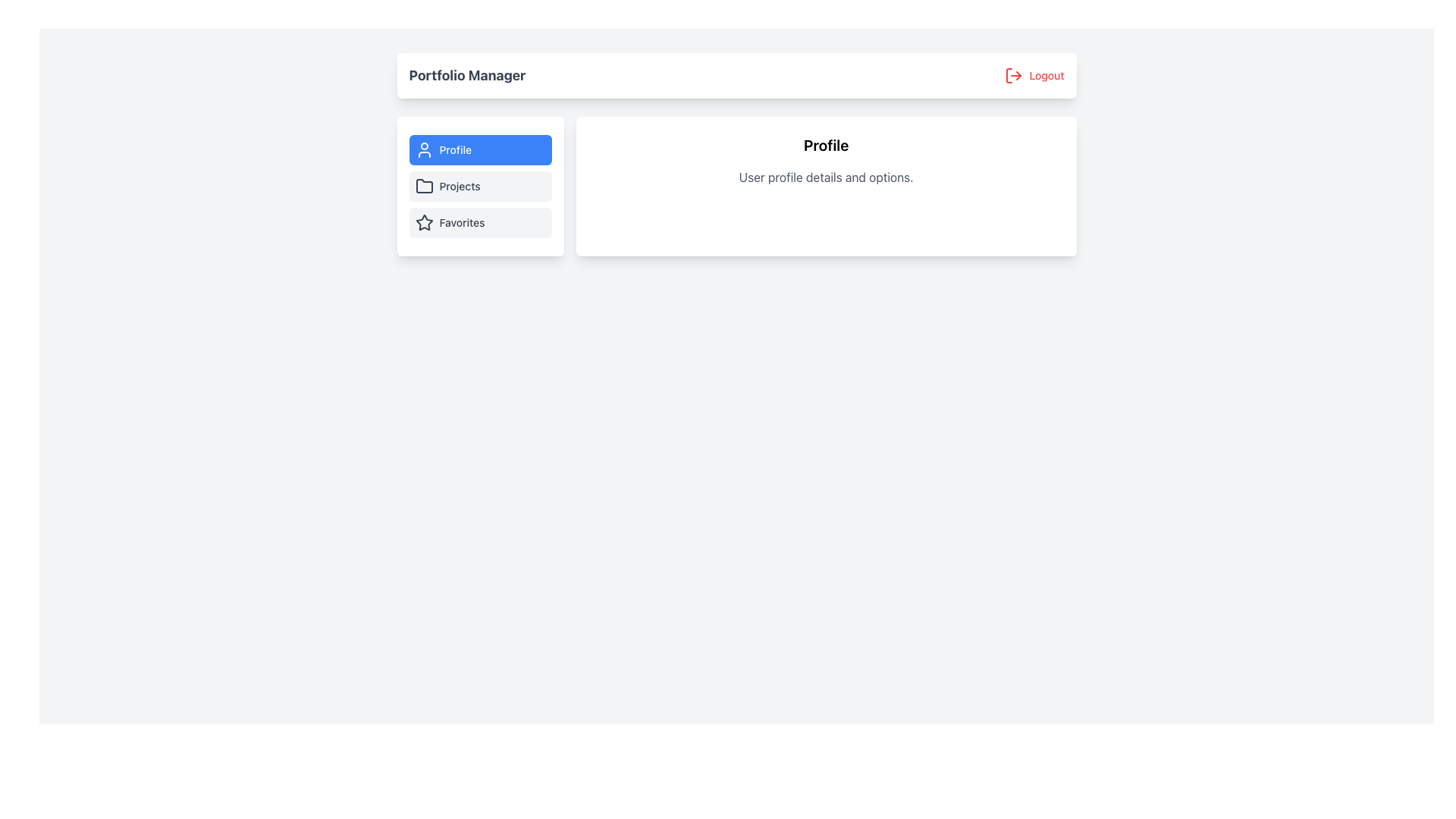 Image resolution: width=1456 pixels, height=819 pixels. I want to click on the 'Projects' button in the sidebar menu, which is the second item under 'Profile Projects Favorites', so click(479, 186).